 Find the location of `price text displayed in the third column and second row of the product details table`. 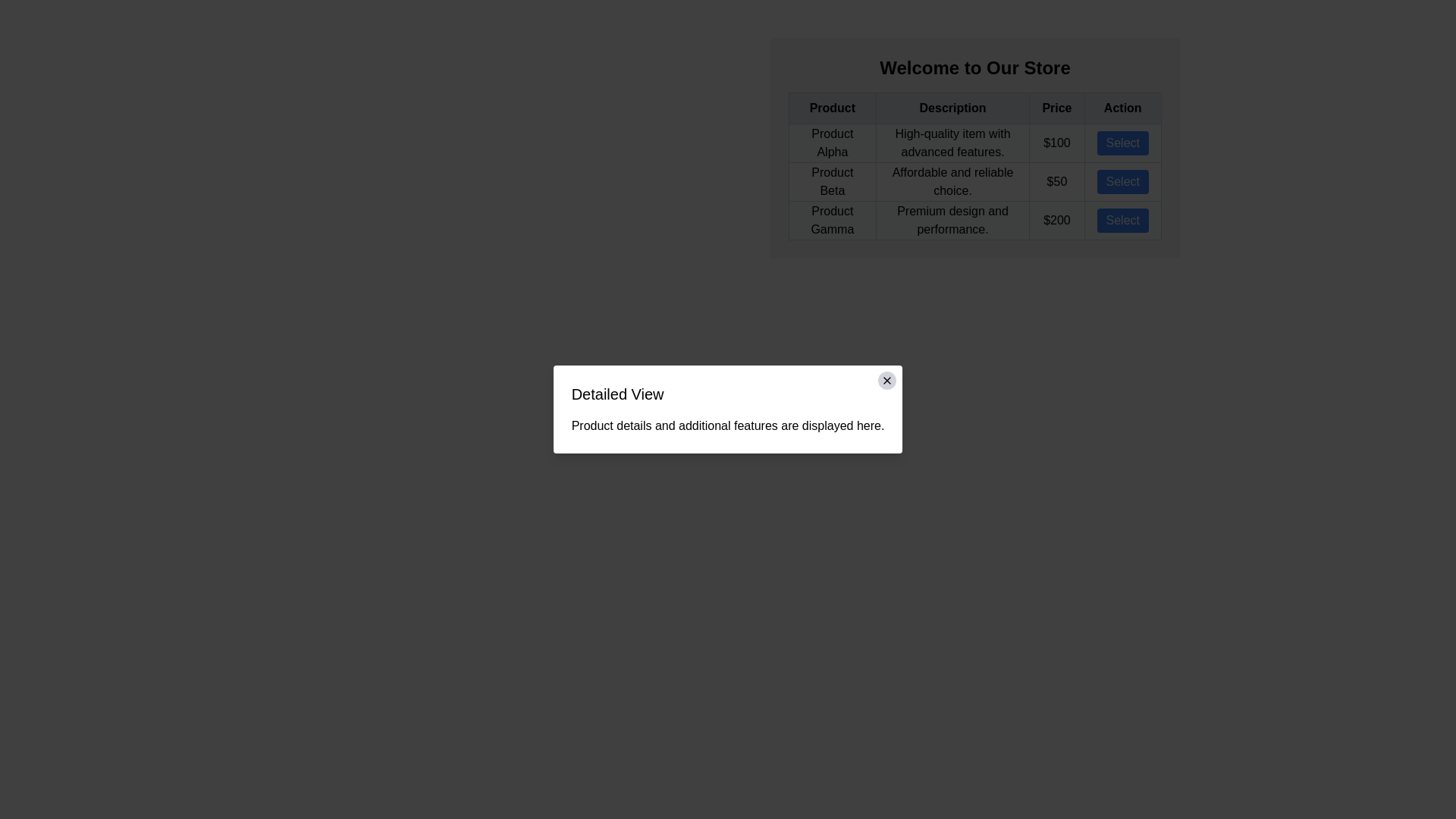

price text displayed in the third column and second row of the product details table is located at coordinates (1056, 180).